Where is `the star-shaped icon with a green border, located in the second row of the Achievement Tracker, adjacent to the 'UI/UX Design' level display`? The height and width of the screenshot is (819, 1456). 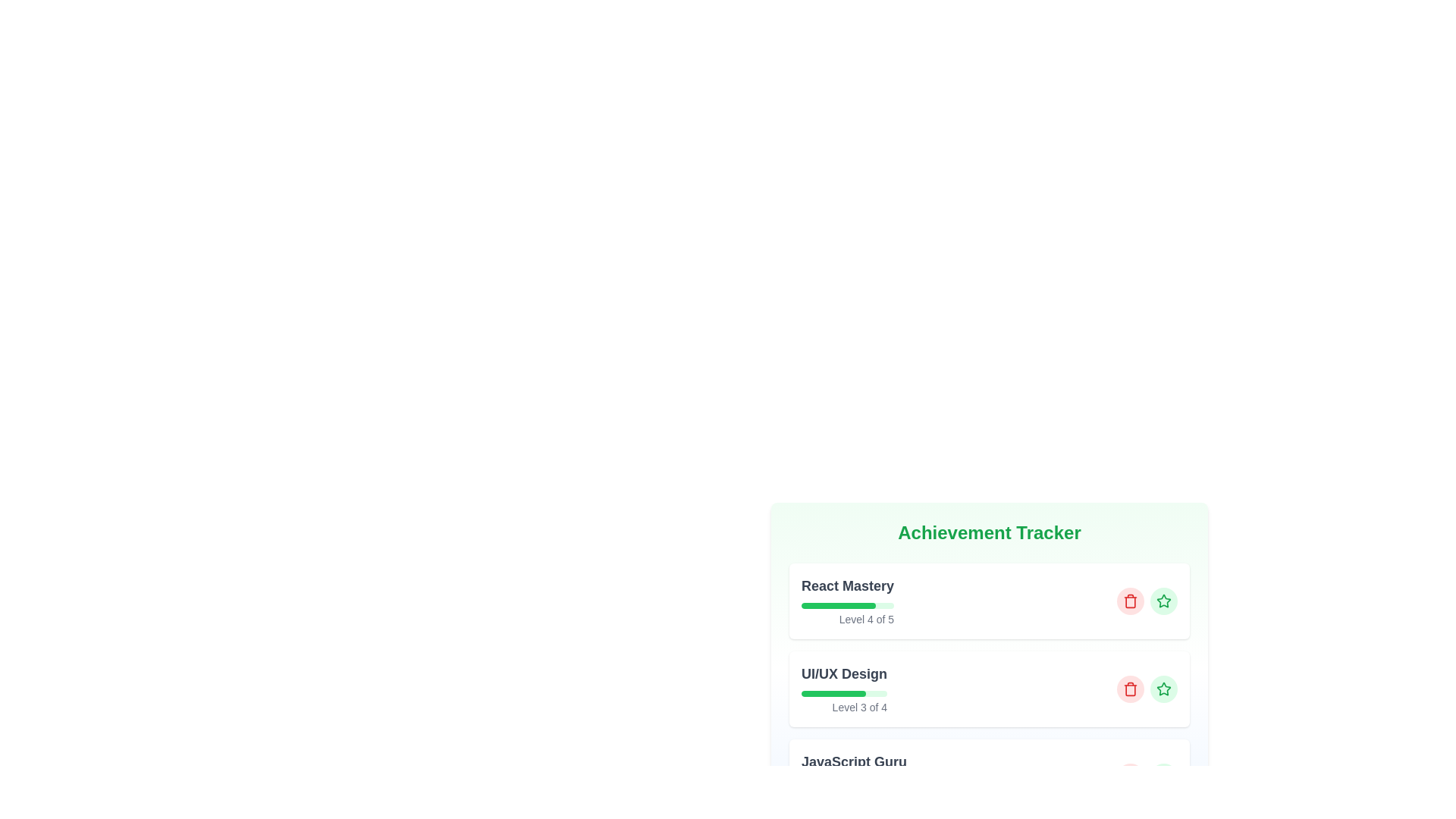 the star-shaped icon with a green border, located in the second row of the Achievement Tracker, adjacent to the 'UI/UX Design' level display is located at coordinates (1163, 600).